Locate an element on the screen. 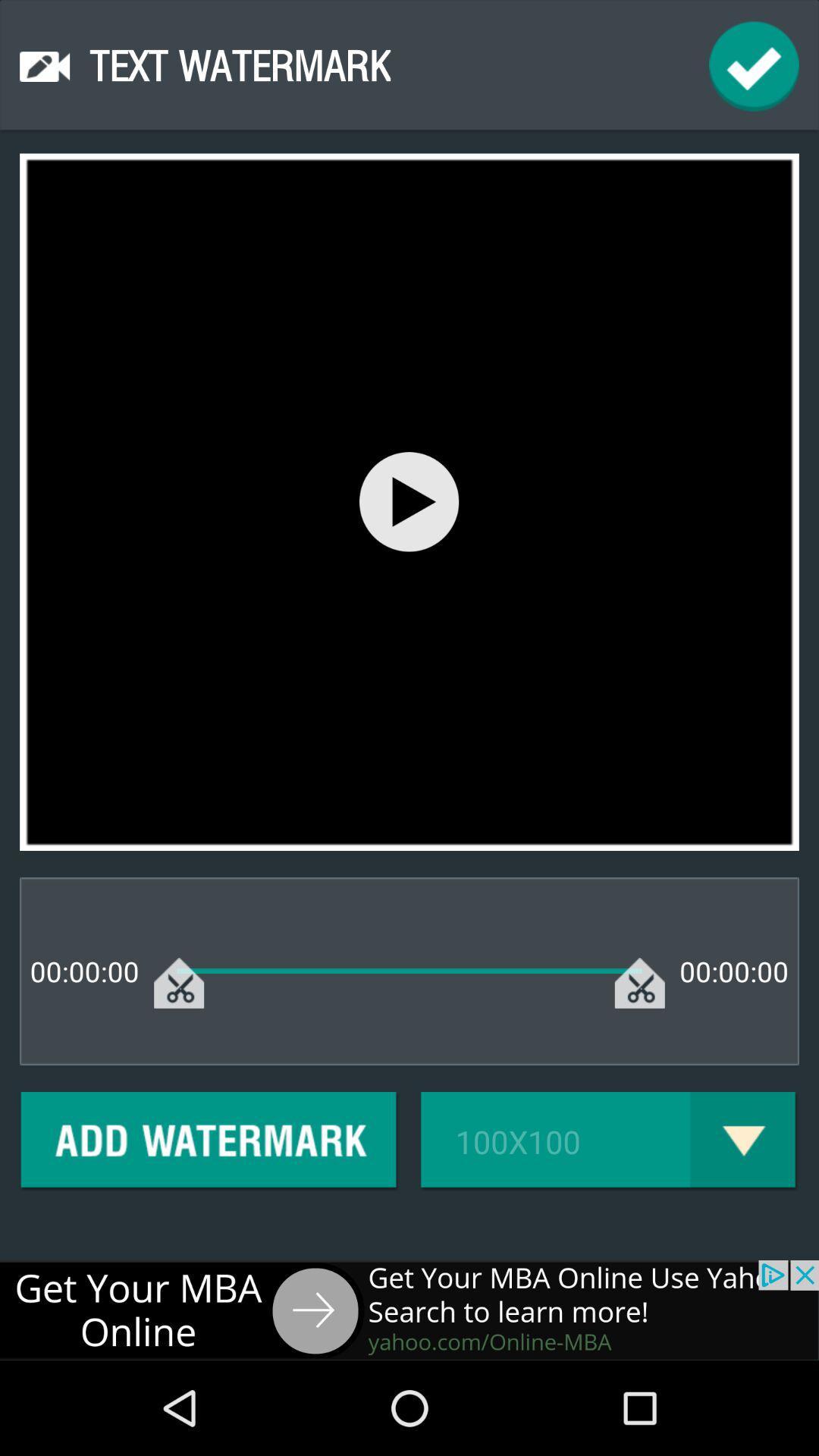 Image resolution: width=819 pixels, height=1456 pixels. watemark button is located at coordinates (209, 1141).